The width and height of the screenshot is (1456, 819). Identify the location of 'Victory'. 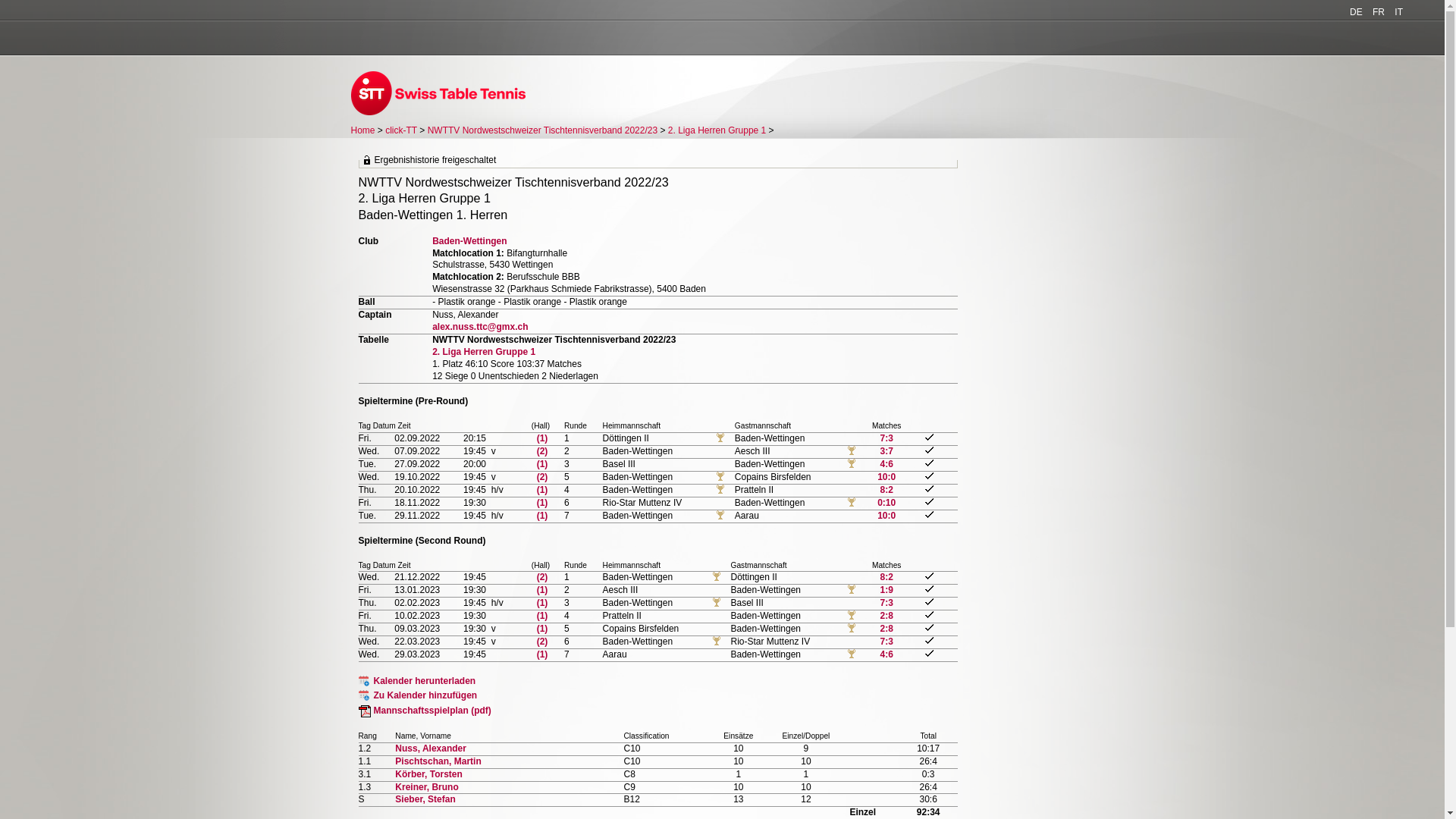
(852, 654).